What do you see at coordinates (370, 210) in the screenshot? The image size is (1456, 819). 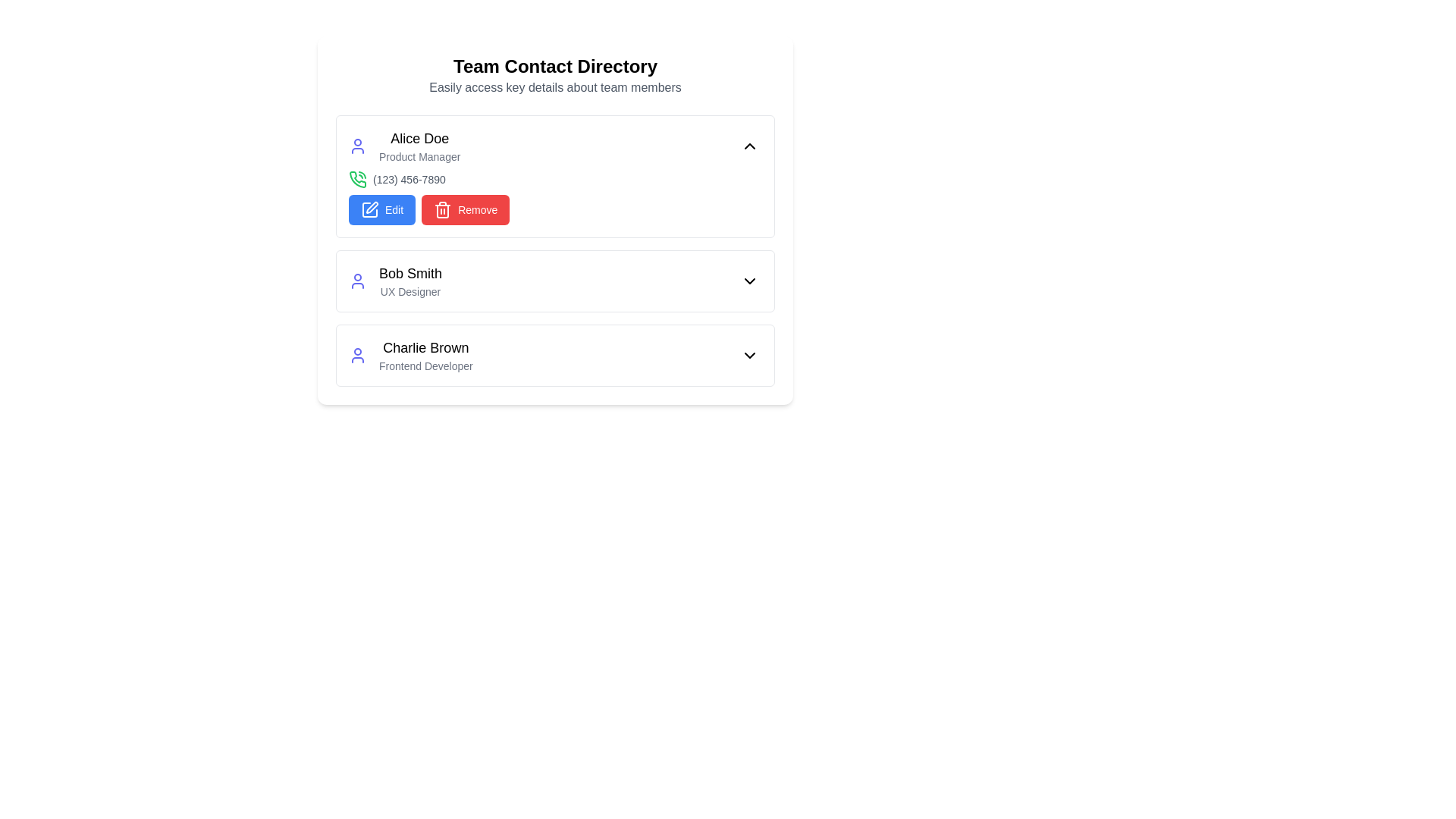 I see `the pen-like icon representing the edit action, which is the leftmost component of the 'Edit' button below 'Alice Doe' in the interface panel` at bounding box center [370, 210].